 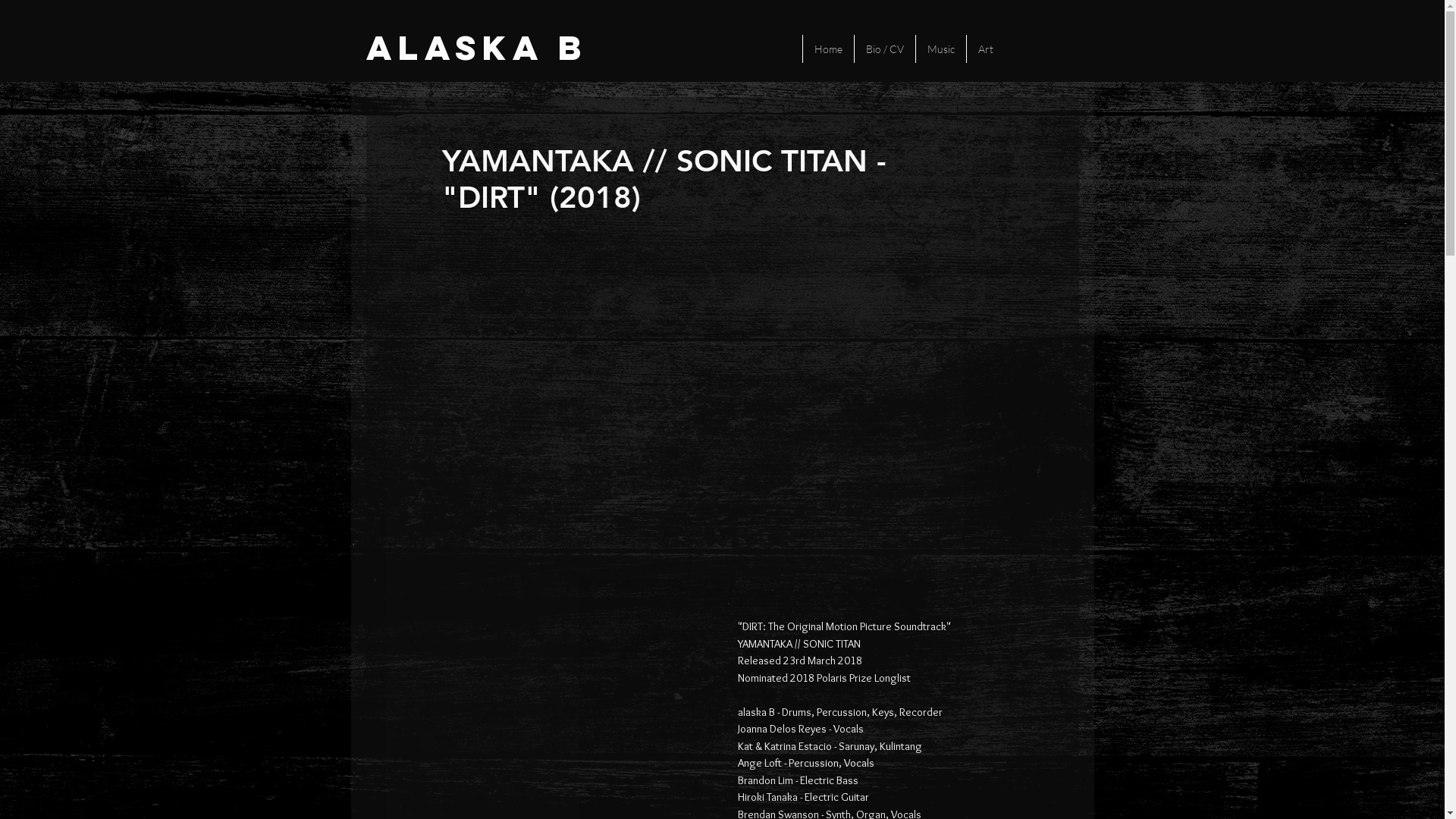 What do you see at coordinates (940, 48) in the screenshot?
I see `'Music'` at bounding box center [940, 48].